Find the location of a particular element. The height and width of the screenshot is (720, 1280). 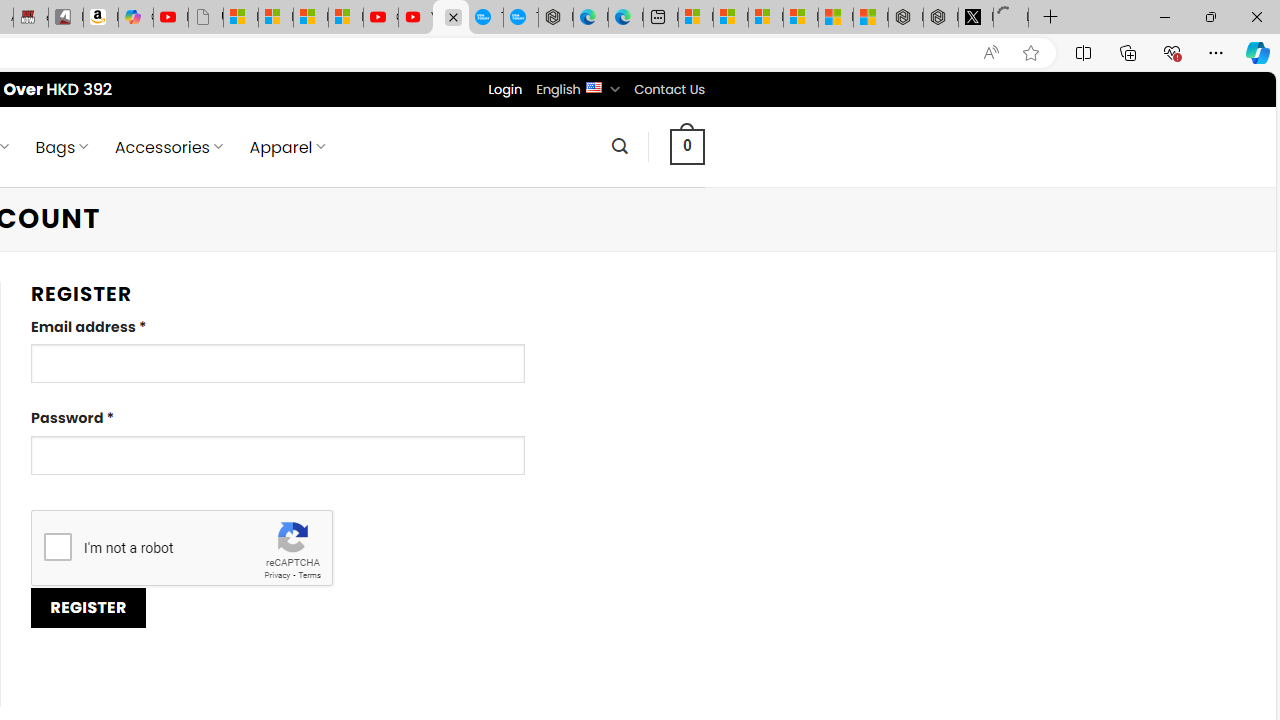

'Copilot' is located at coordinates (135, 17).